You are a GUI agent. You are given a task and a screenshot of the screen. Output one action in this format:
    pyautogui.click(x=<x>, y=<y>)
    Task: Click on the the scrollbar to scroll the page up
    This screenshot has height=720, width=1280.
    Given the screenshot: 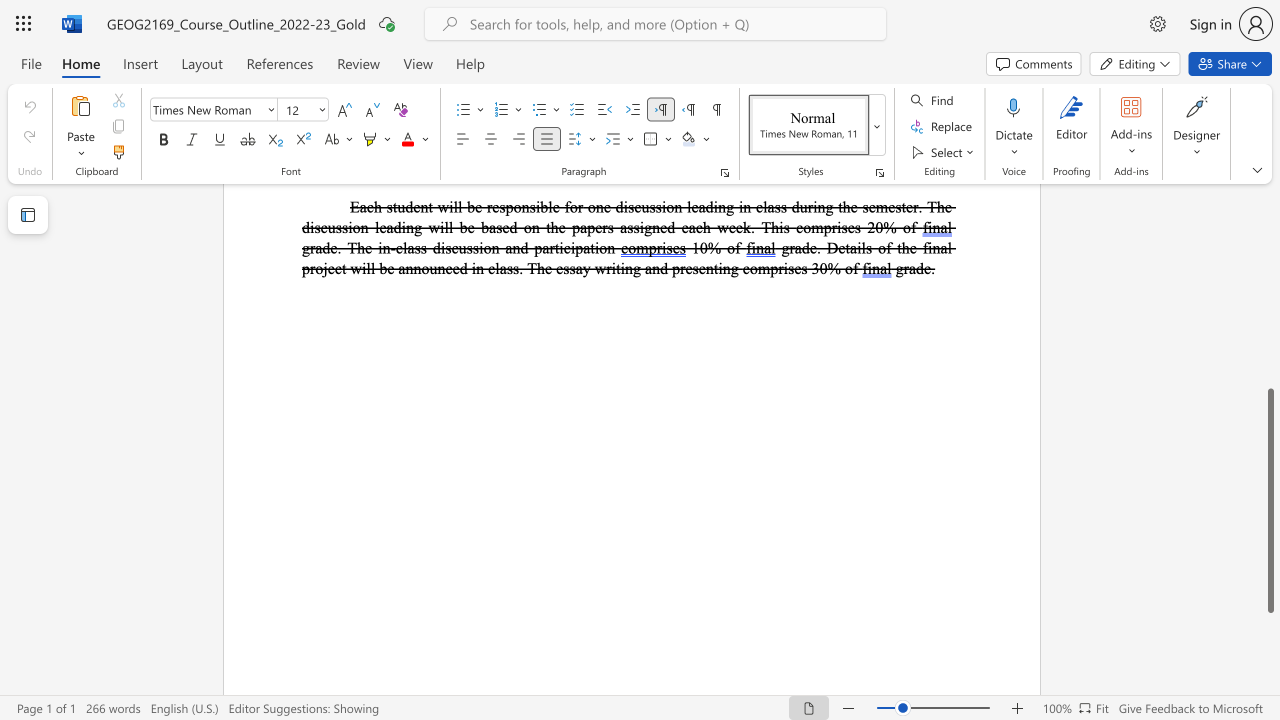 What is the action you would take?
    pyautogui.click(x=1269, y=370)
    